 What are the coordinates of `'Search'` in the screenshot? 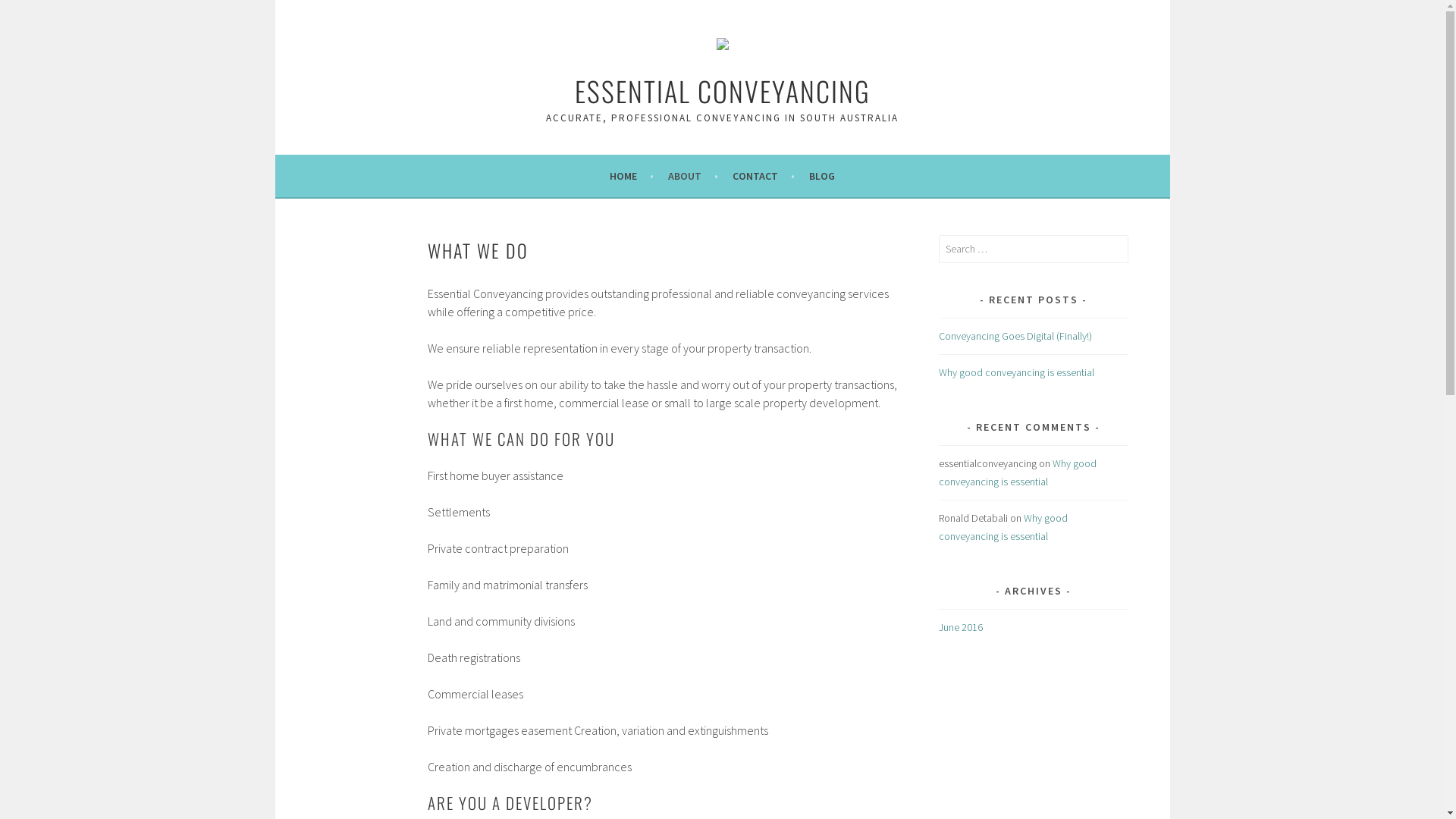 It's located at (27, 14).